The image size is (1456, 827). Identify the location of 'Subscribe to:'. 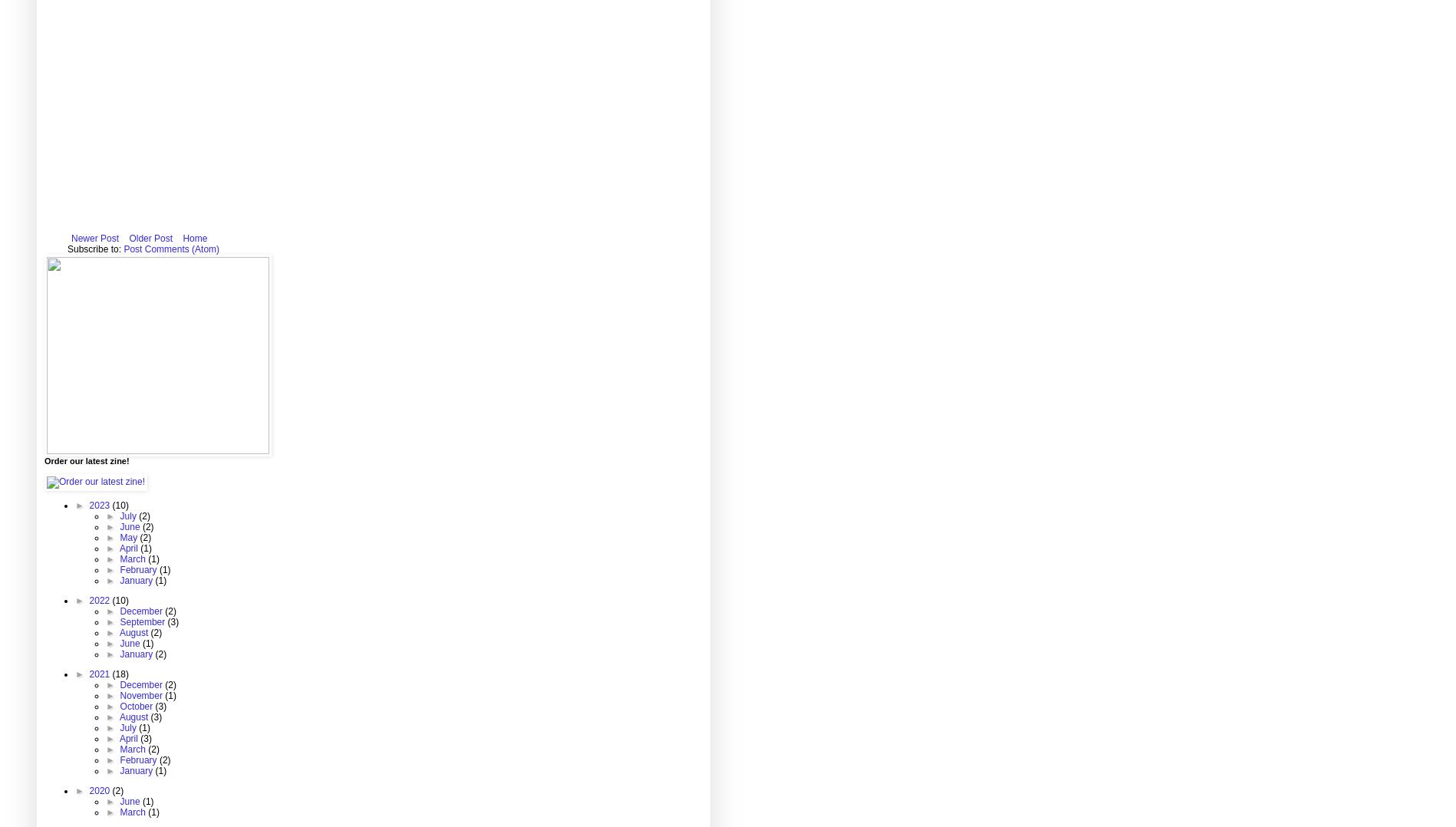
(68, 249).